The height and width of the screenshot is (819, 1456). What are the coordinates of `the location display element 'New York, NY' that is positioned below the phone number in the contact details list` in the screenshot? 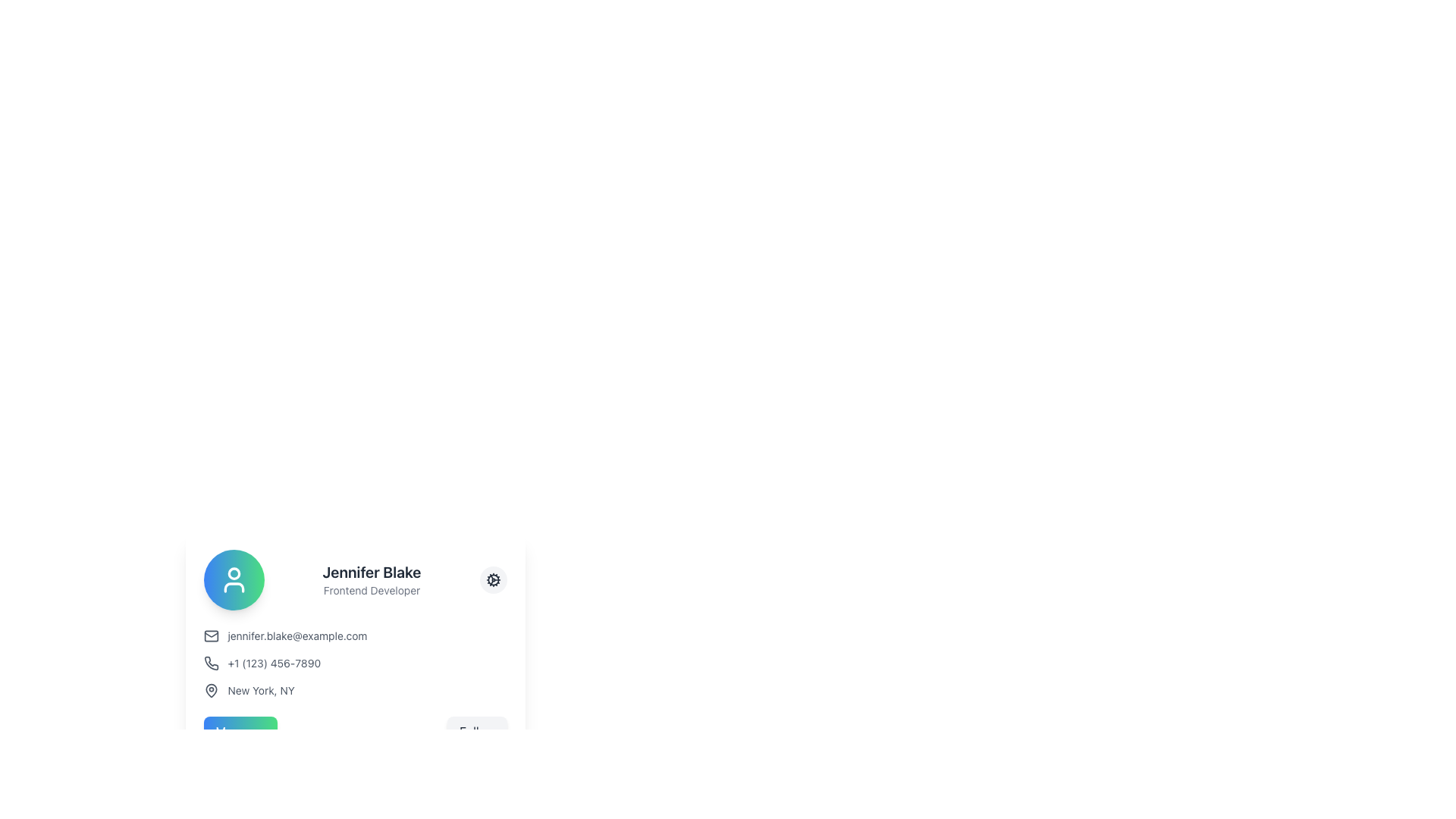 It's located at (354, 690).